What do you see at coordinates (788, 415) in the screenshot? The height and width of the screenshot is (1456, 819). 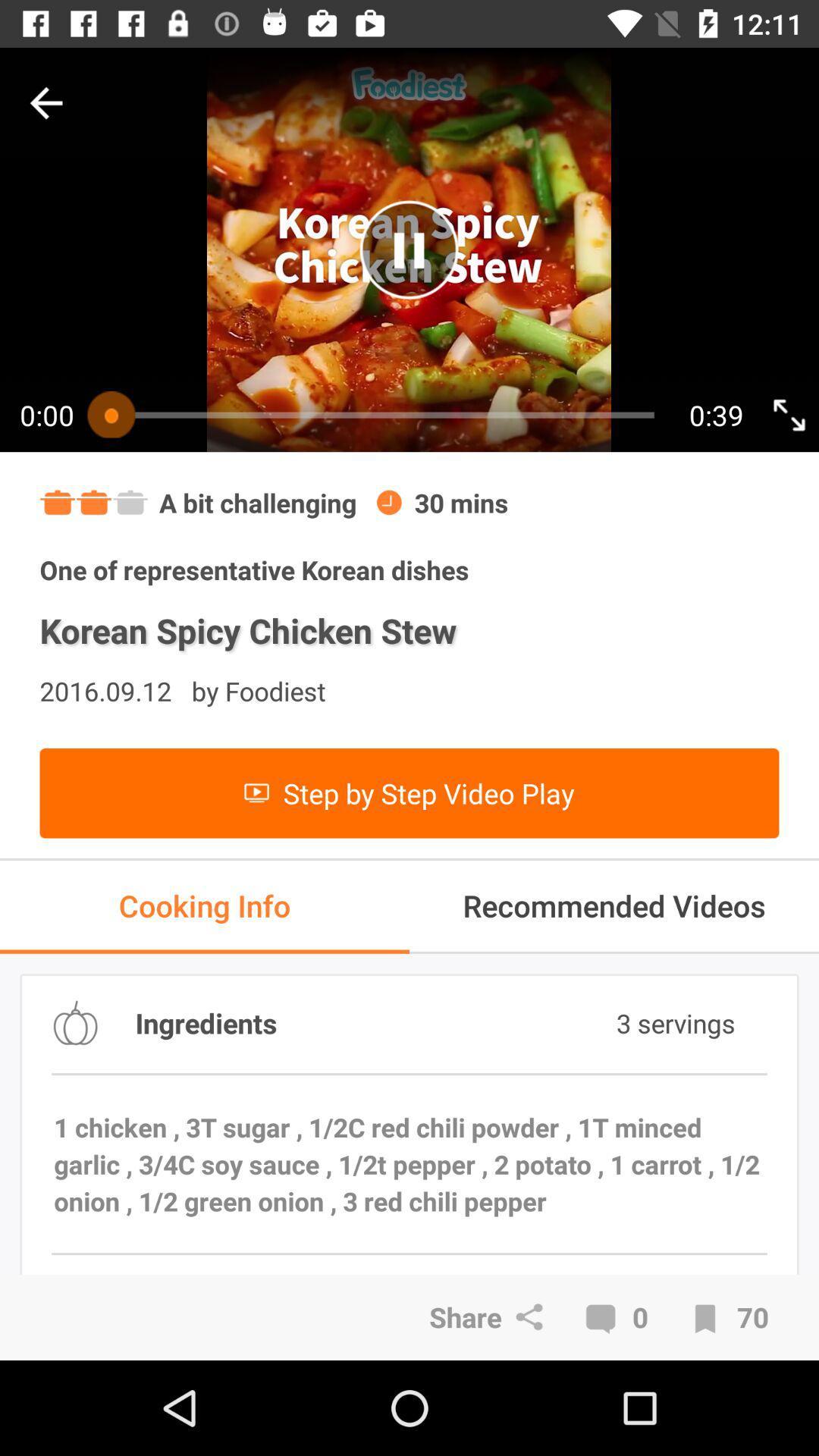 I see `make fullscreen` at bounding box center [788, 415].